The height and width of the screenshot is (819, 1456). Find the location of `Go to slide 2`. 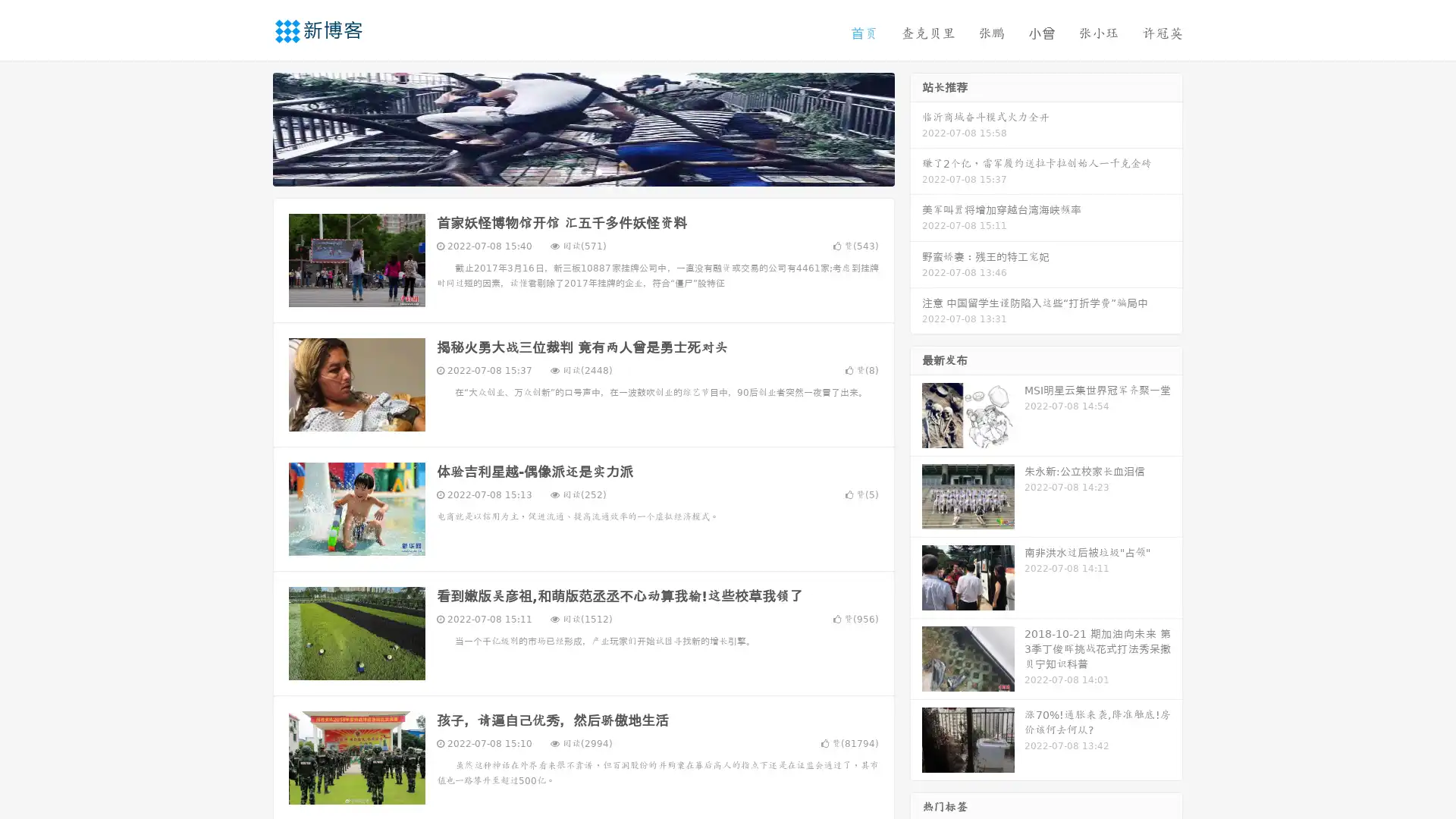

Go to slide 2 is located at coordinates (582, 171).